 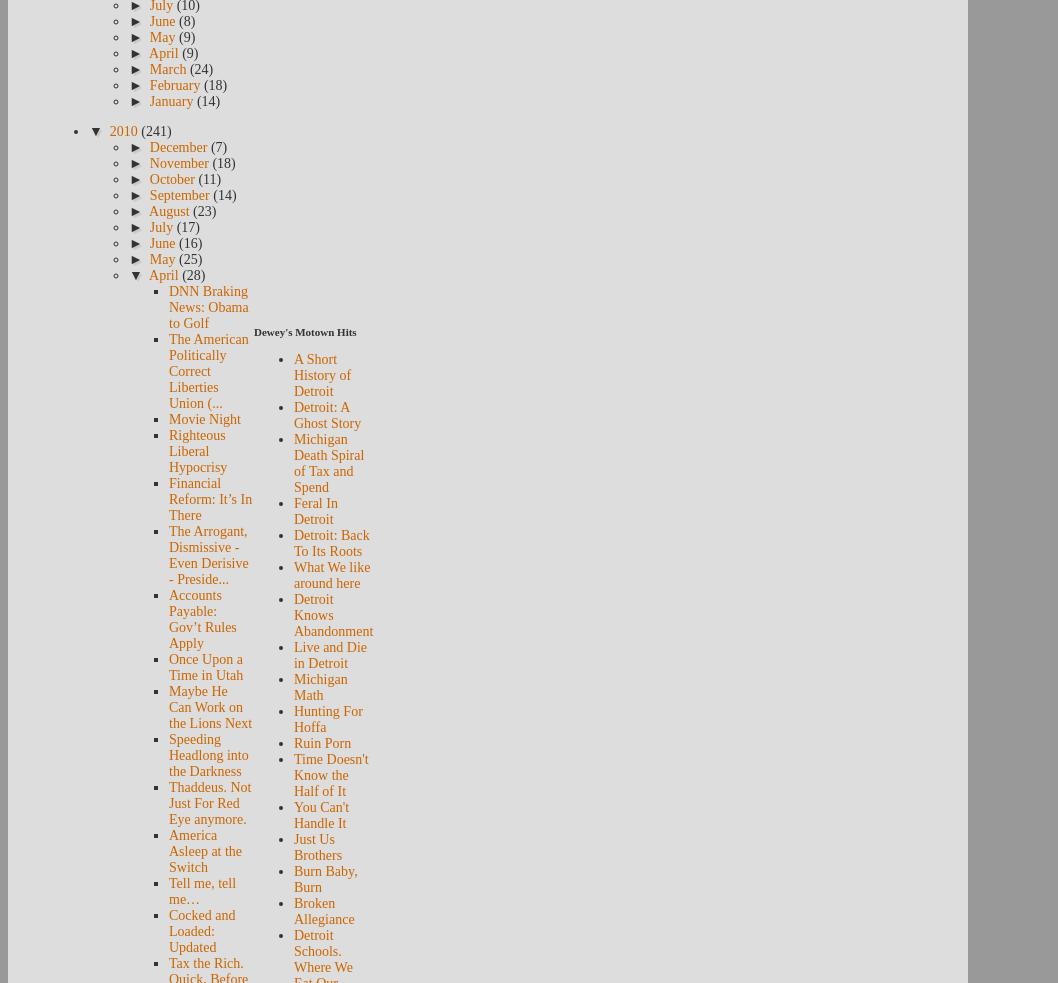 What do you see at coordinates (201, 931) in the screenshot?
I see `'Cocked and Loaded: Updated'` at bounding box center [201, 931].